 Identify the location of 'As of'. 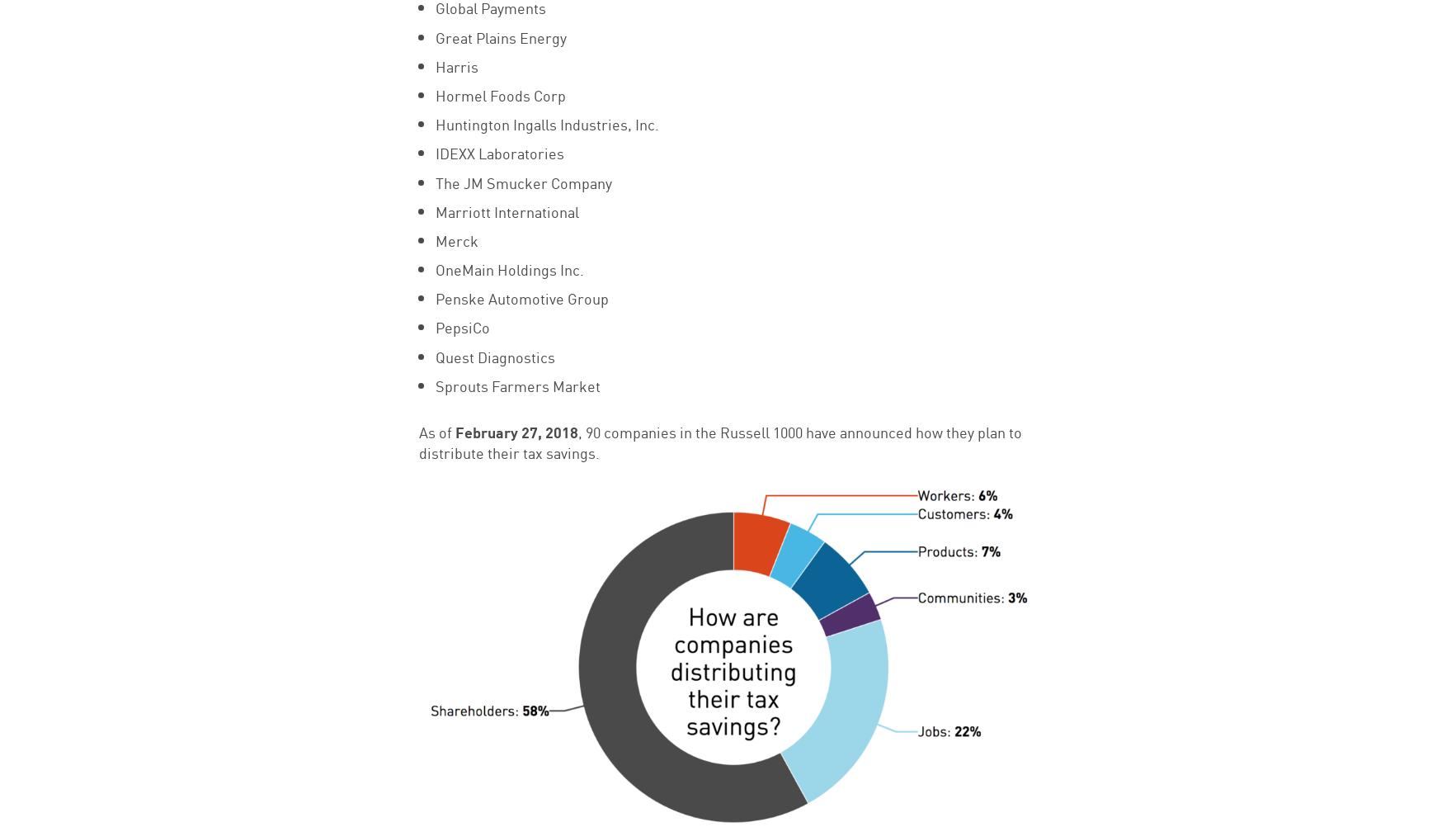
(417, 432).